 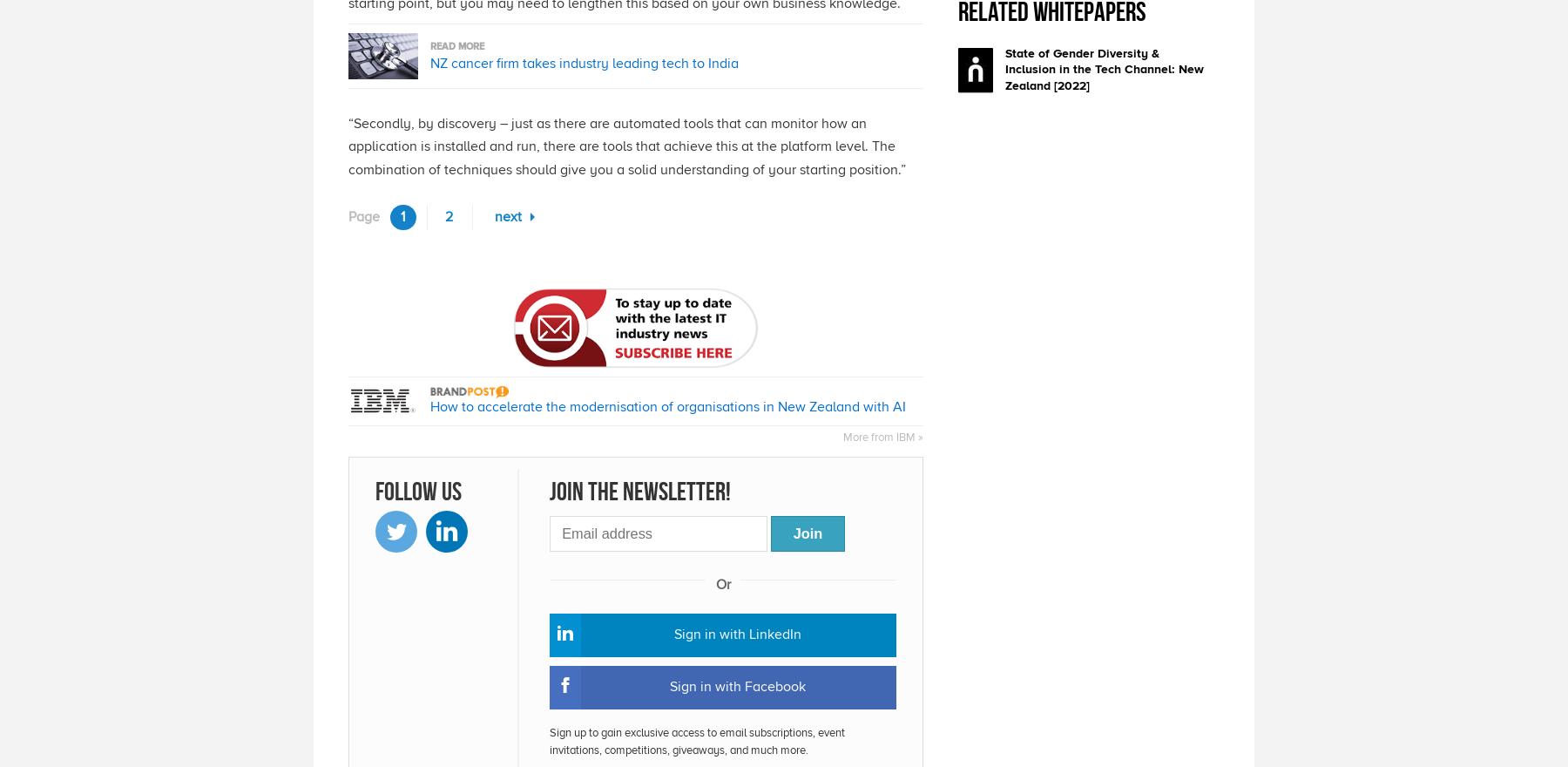 I want to click on 'More from IBM', so click(x=878, y=438).